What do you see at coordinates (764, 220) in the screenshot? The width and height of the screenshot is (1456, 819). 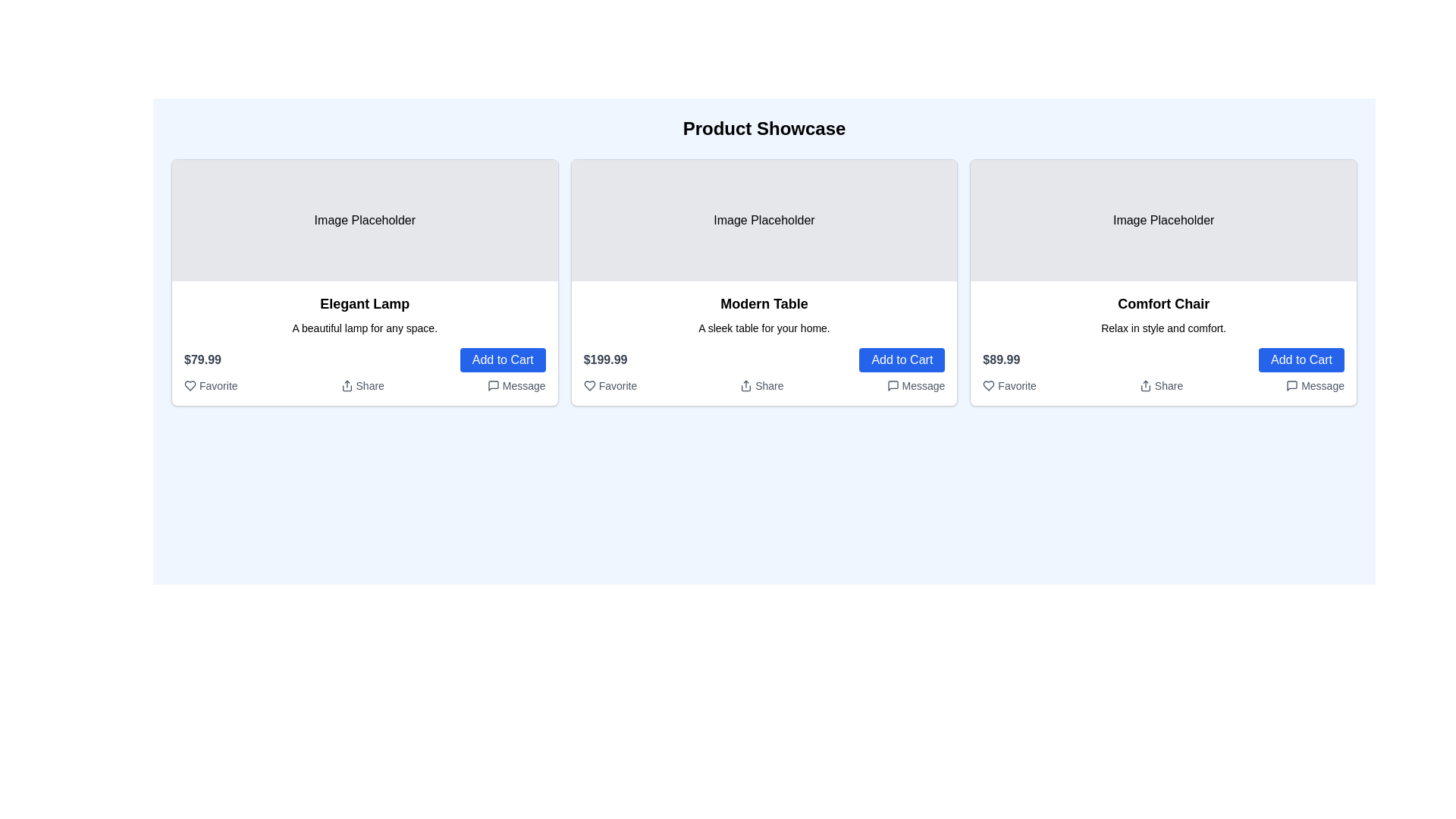 I see `the text label displaying 'Image Placeholder', which is located in the top section of the middle panel above the product name 'Modern Table'` at bounding box center [764, 220].